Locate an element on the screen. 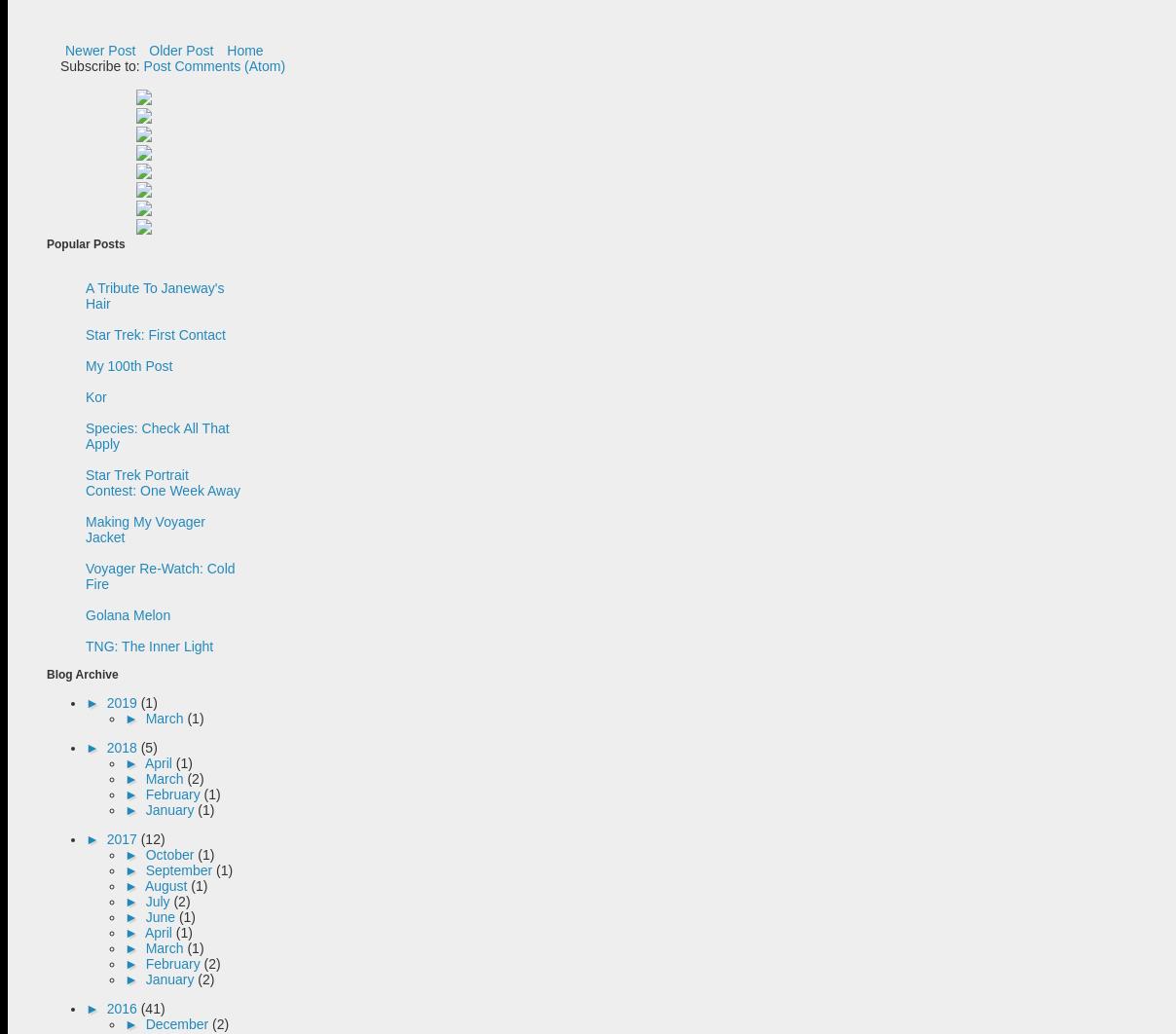 The width and height of the screenshot is (1176, 1034). 'Home' is located at coordinates (244, 51).